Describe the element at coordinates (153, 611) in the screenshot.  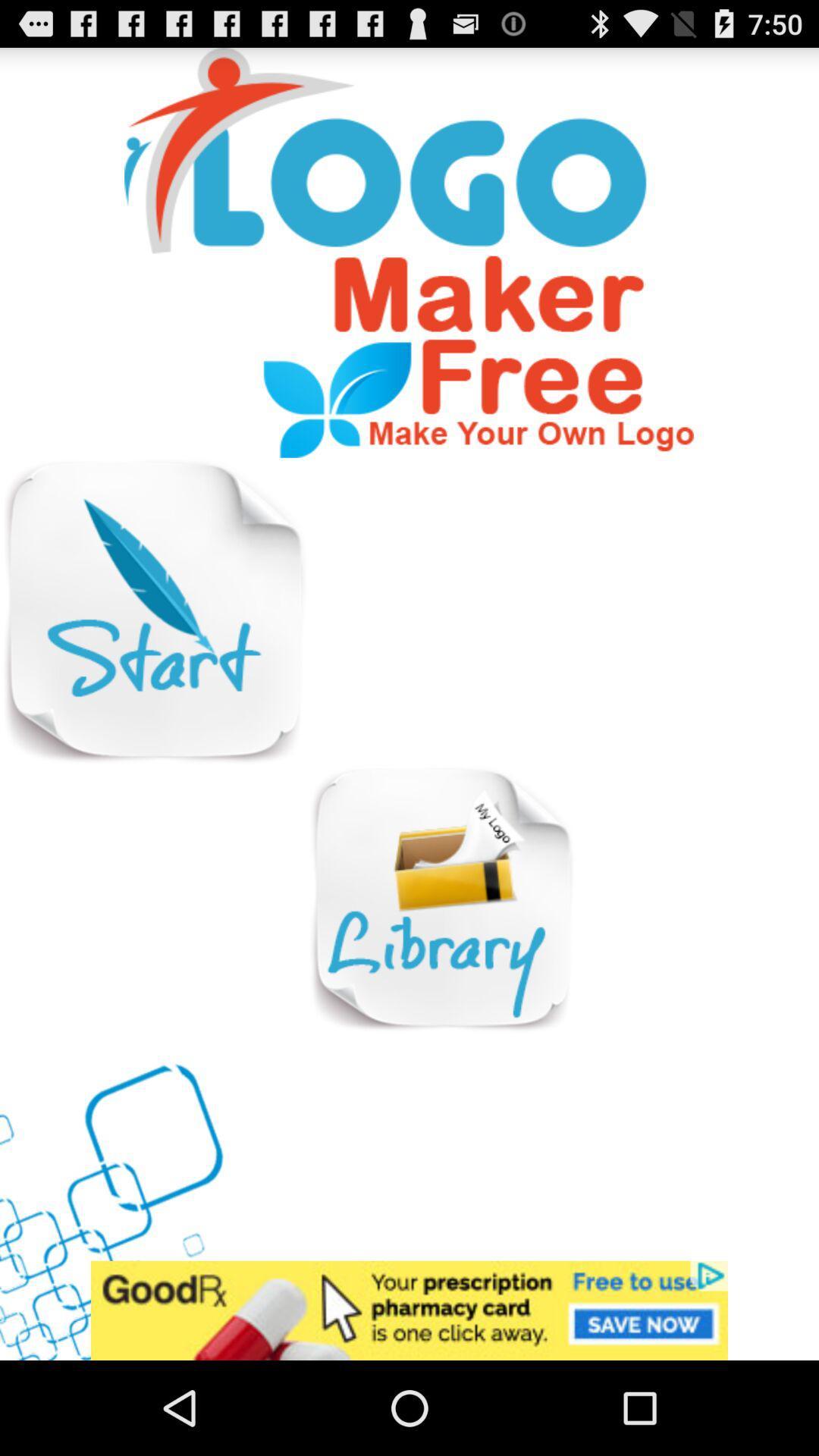
I see `start option` at that location.